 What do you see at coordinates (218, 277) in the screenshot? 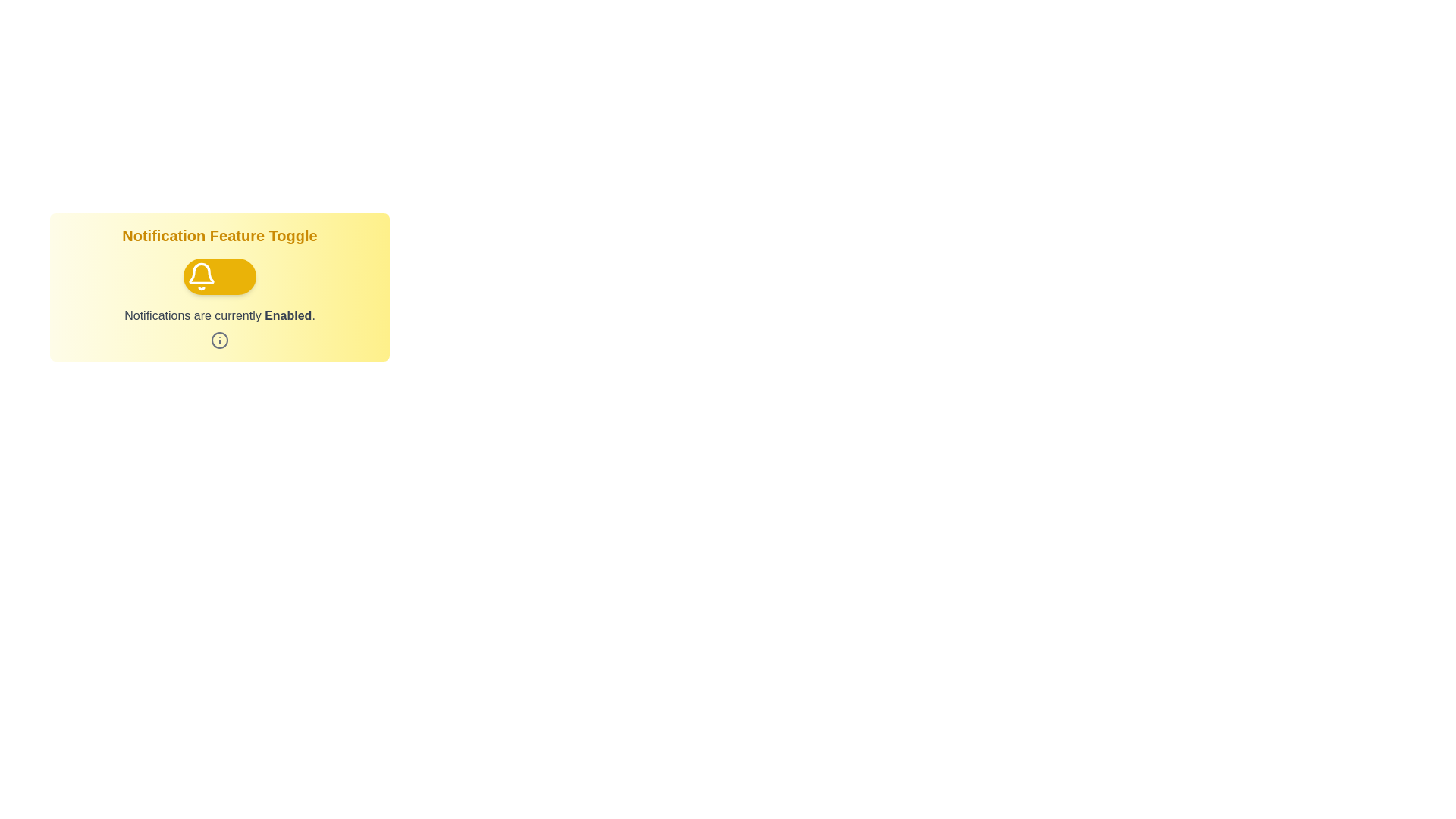
I see `the toggle switch for enabling or disabling notifications located in the 'Notification Feature Toggle' section to switch its state` at bounding box center [218, 277].